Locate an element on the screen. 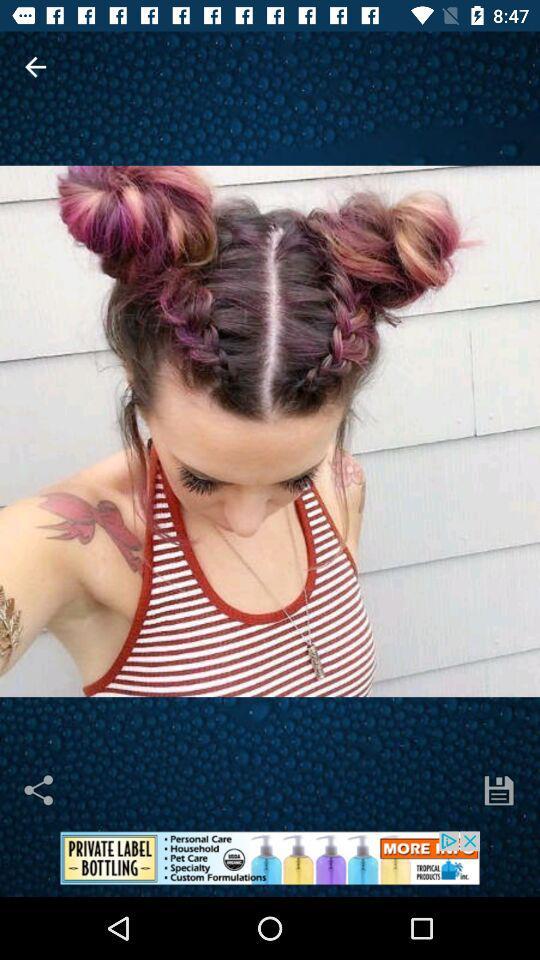 The image size is (540, 960). enlarges image is located at coordinates (270, 431).